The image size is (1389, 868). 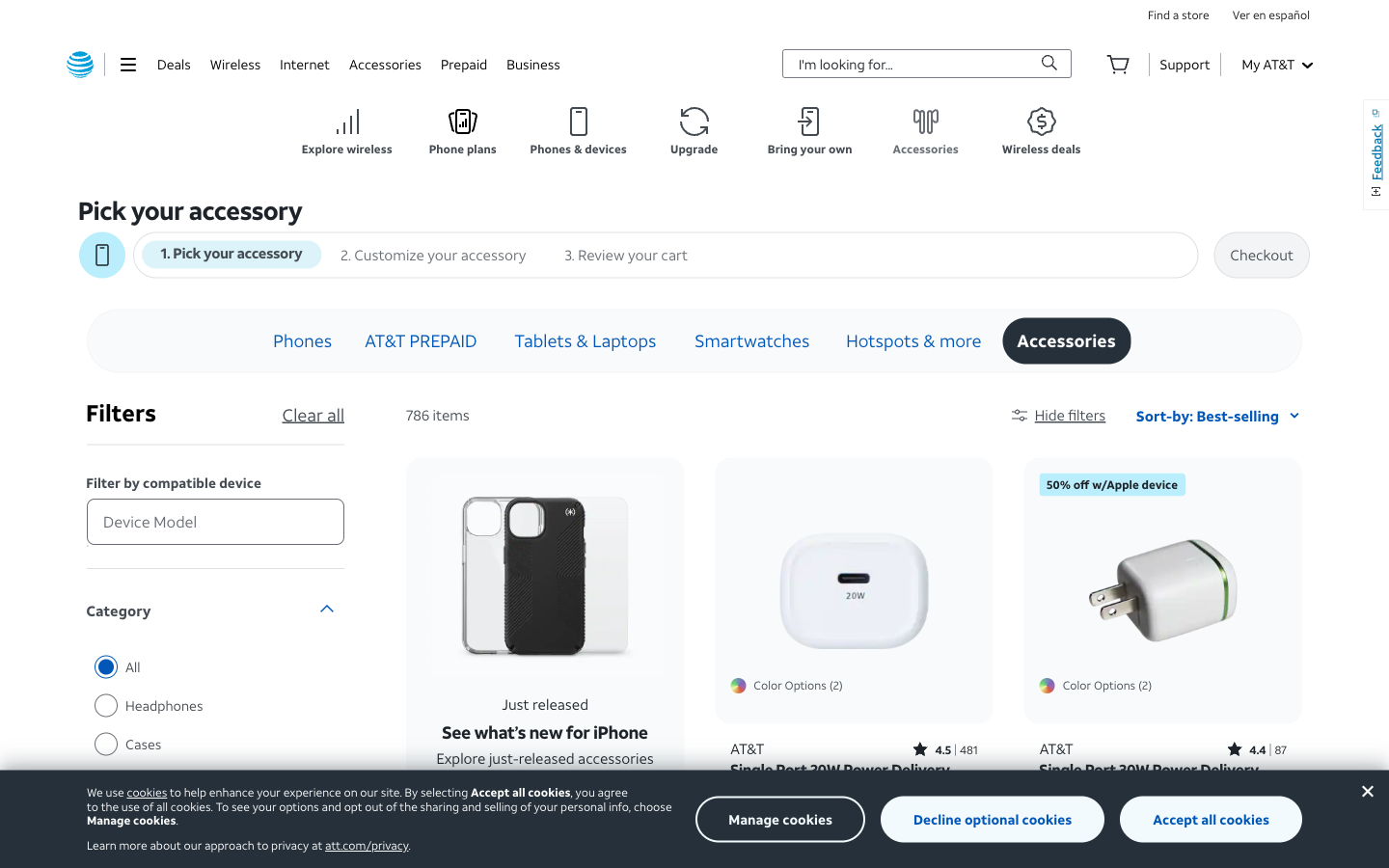 I want to click on Browse for the prepaid service packages, so click(x=463, y=63).